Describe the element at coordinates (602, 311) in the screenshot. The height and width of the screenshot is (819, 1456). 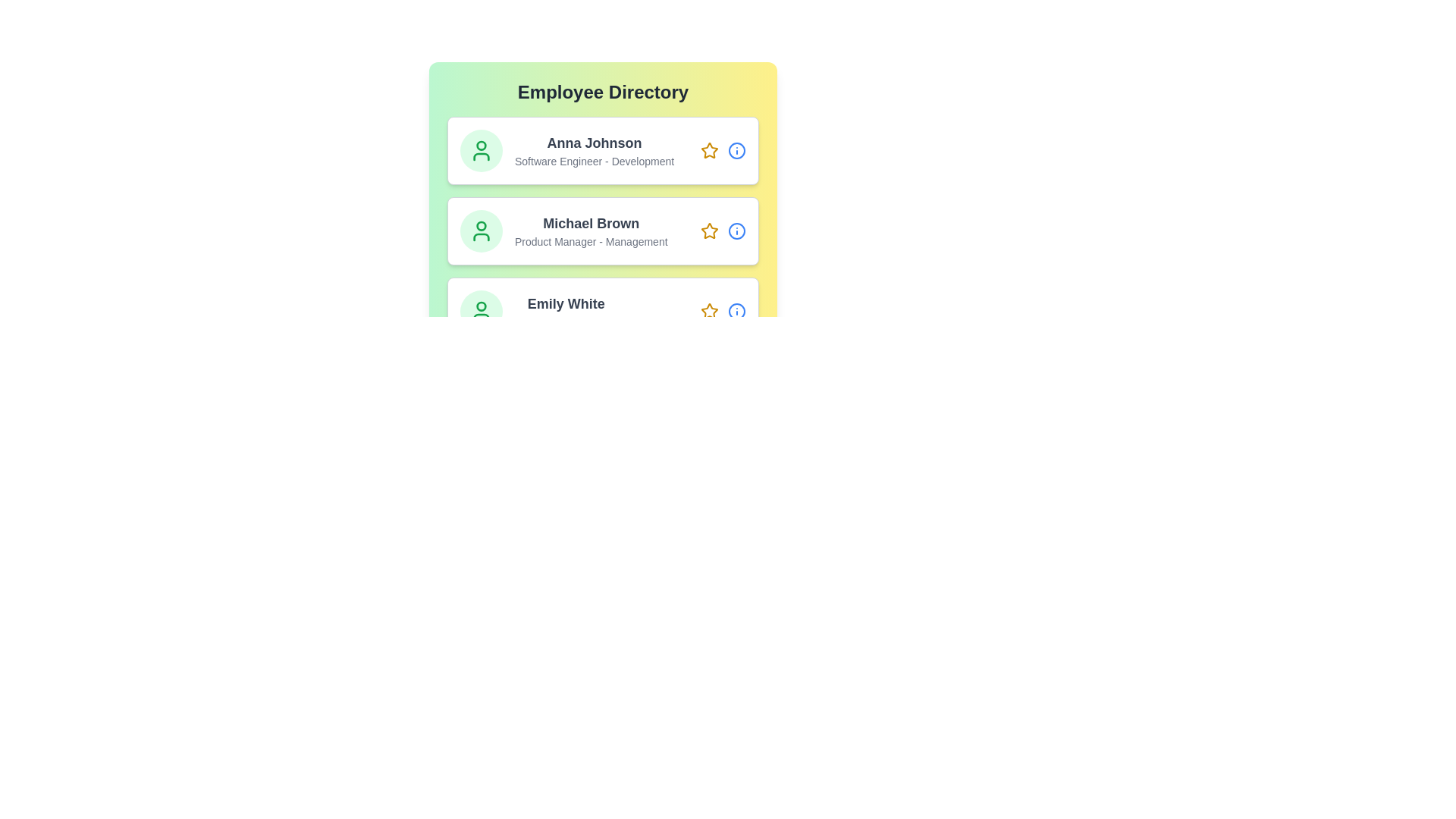
I see `the employee card for Emily White` at that location.